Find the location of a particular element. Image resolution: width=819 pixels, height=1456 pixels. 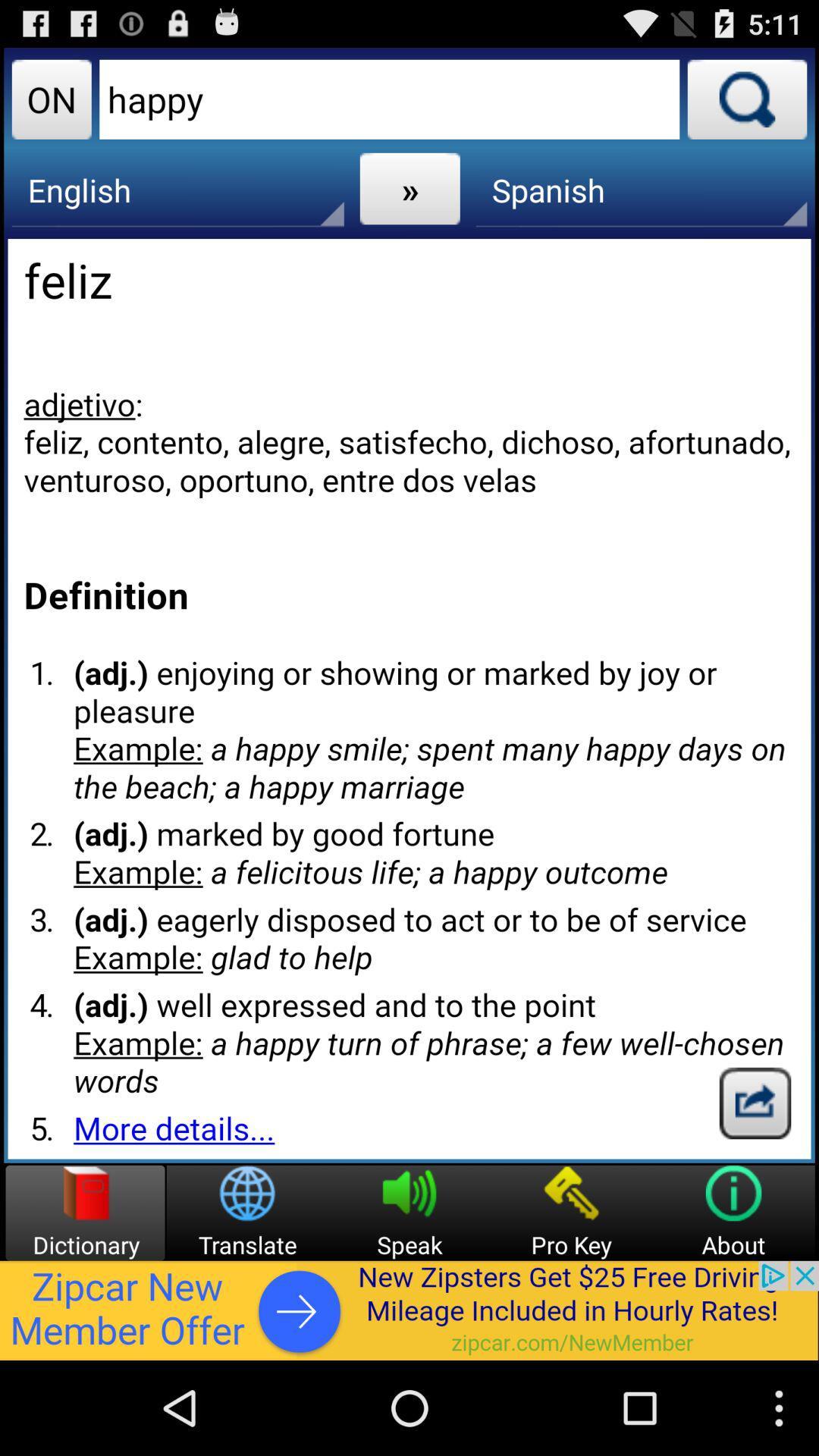

the advertisement is located at coordinates (409, 1310).